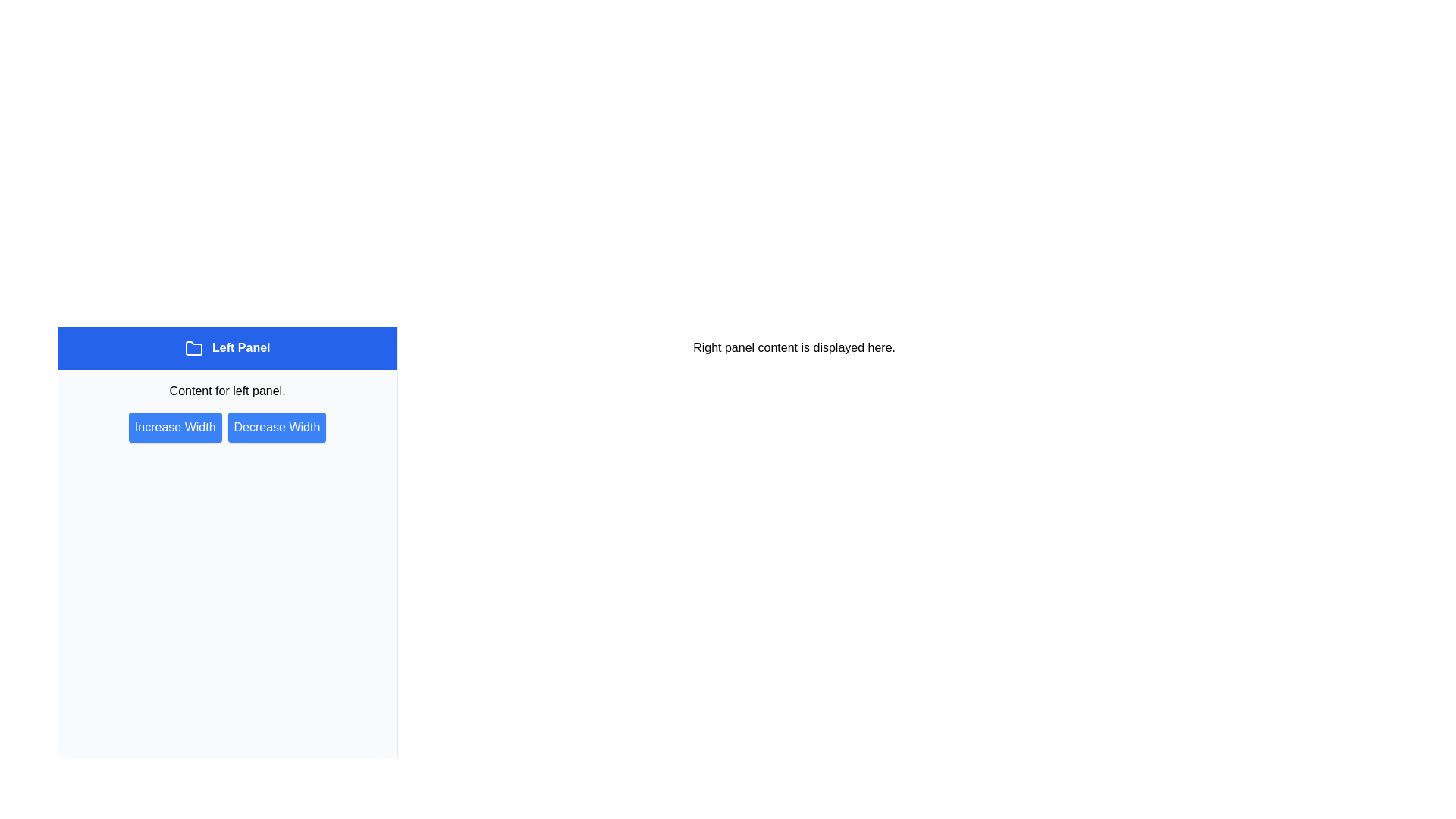 Image resolution: width=1456 pixels, height=819 pixels. I want to click on text content of the static text label displaying 'Content for left panel.', which is positioned beneath the blue title bar labeled 'Left Panel', so click(227, 390).